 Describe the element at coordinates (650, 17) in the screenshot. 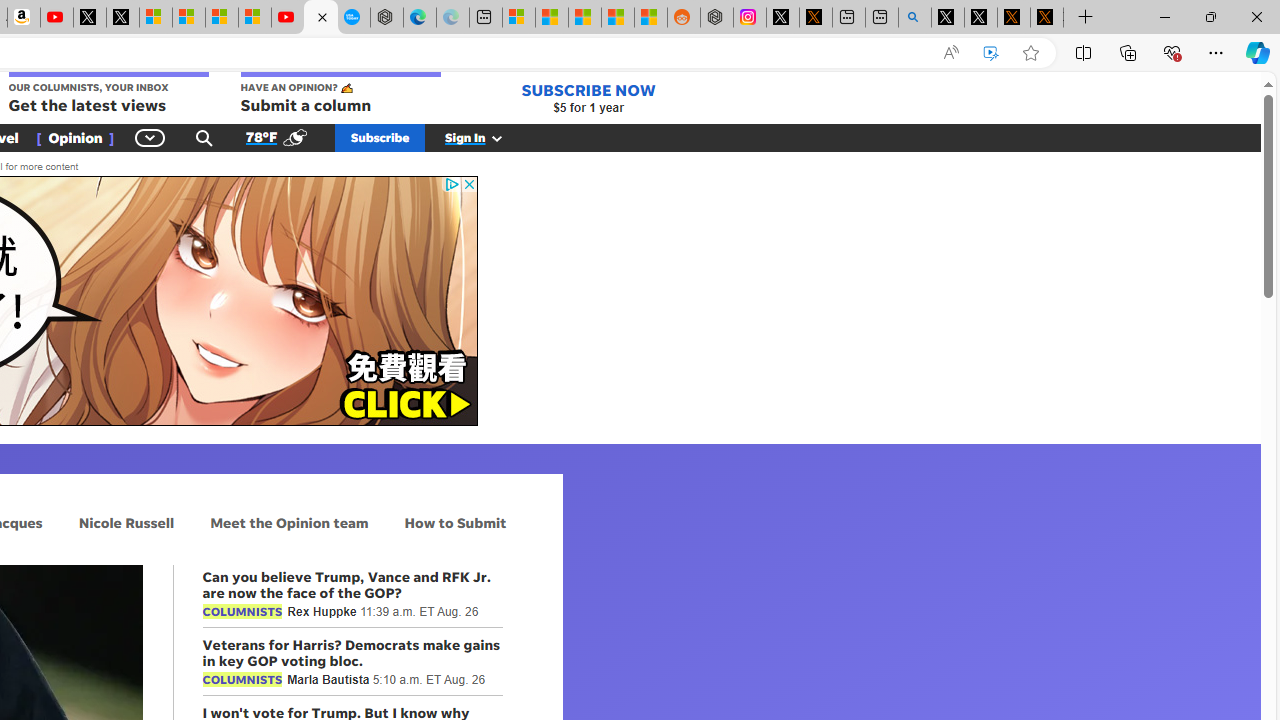

I see `'Shanghai, China Weather trends | Microsoft Weather'` at that location.